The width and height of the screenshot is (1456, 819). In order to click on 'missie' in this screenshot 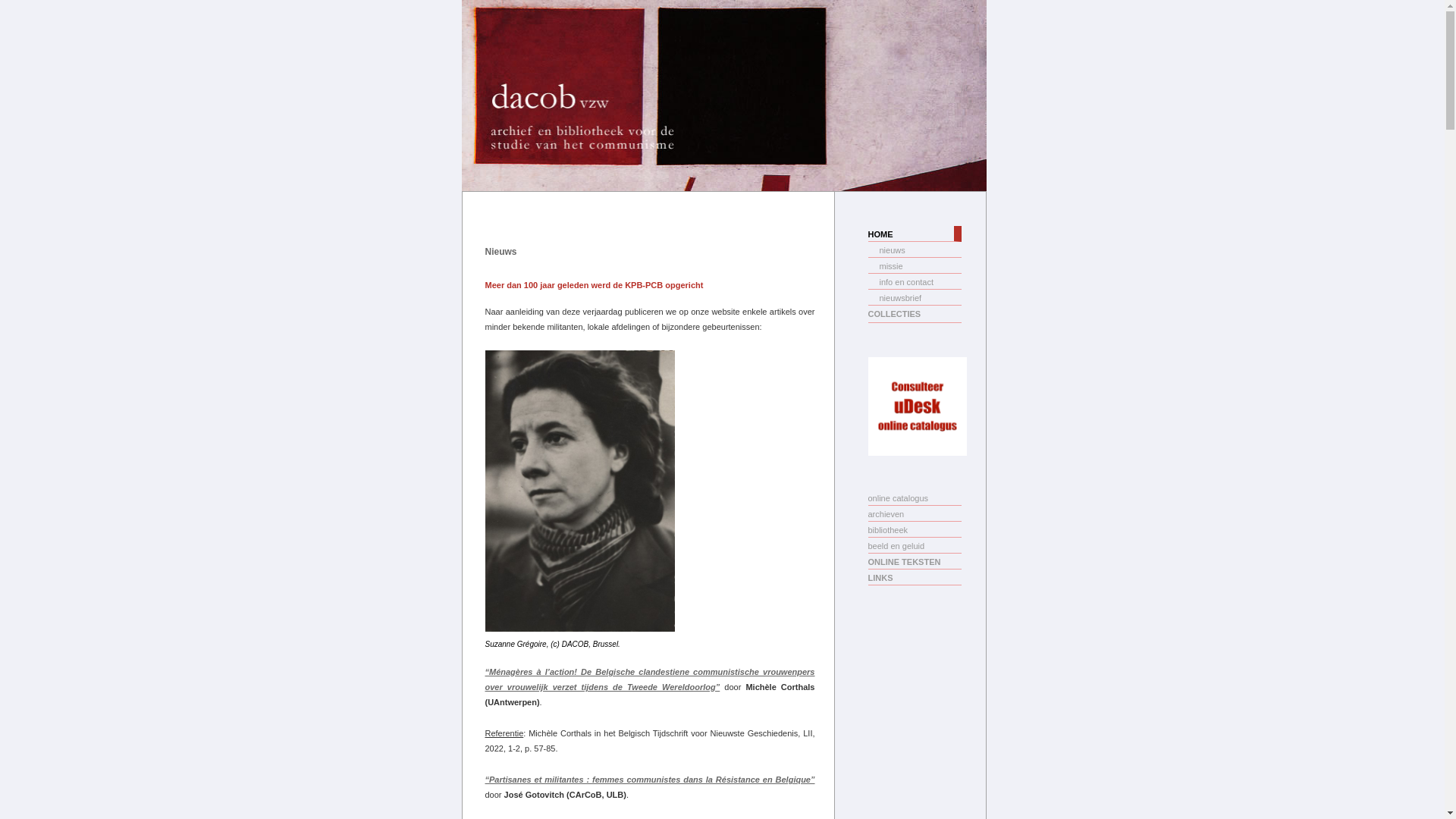, I will do `click(913, 265)`.